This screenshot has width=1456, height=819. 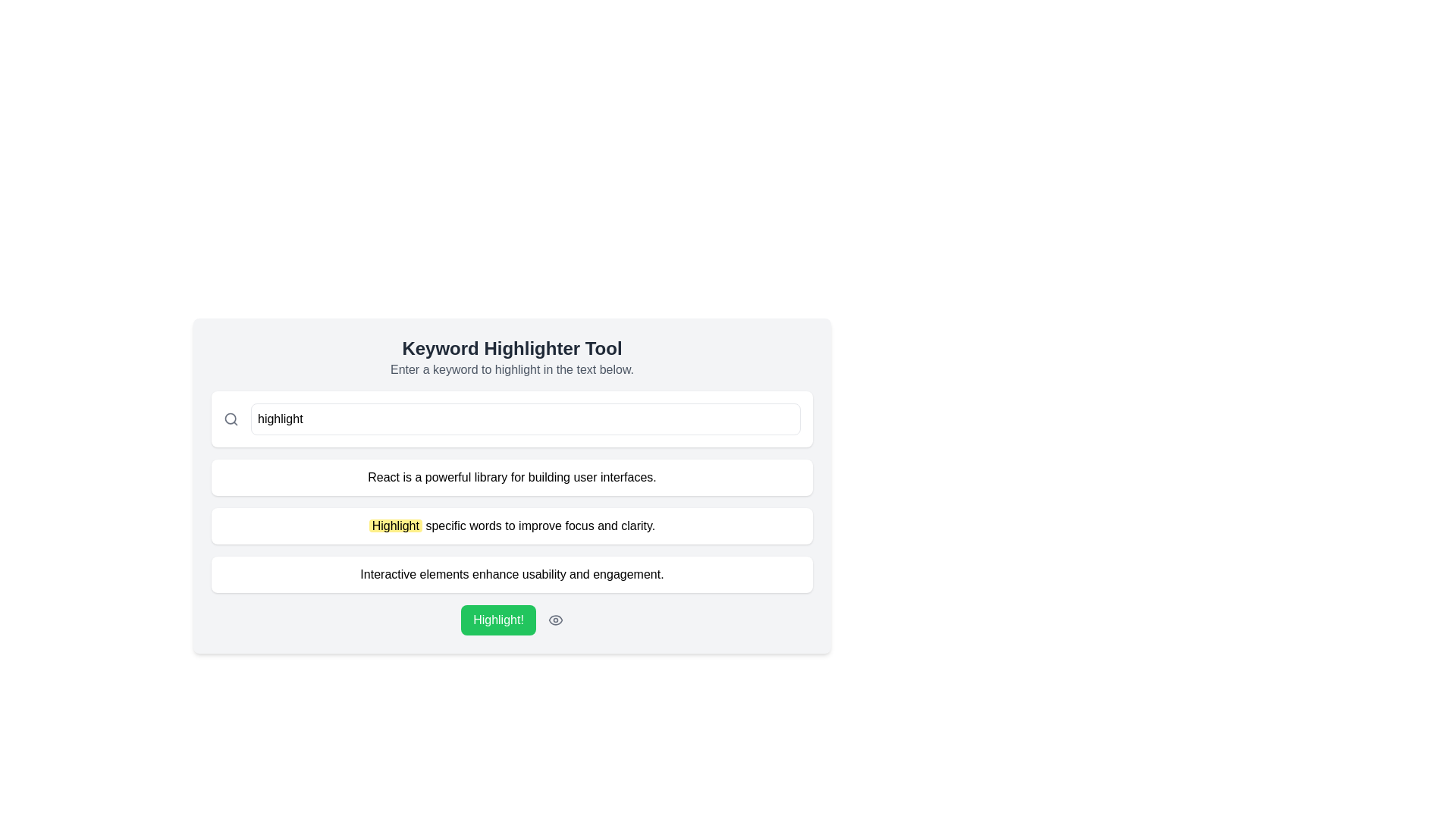 I want to click on the green button labeled 'Highlight!' to observe style changes, such as a darker background color, so click(x=498, y=620).